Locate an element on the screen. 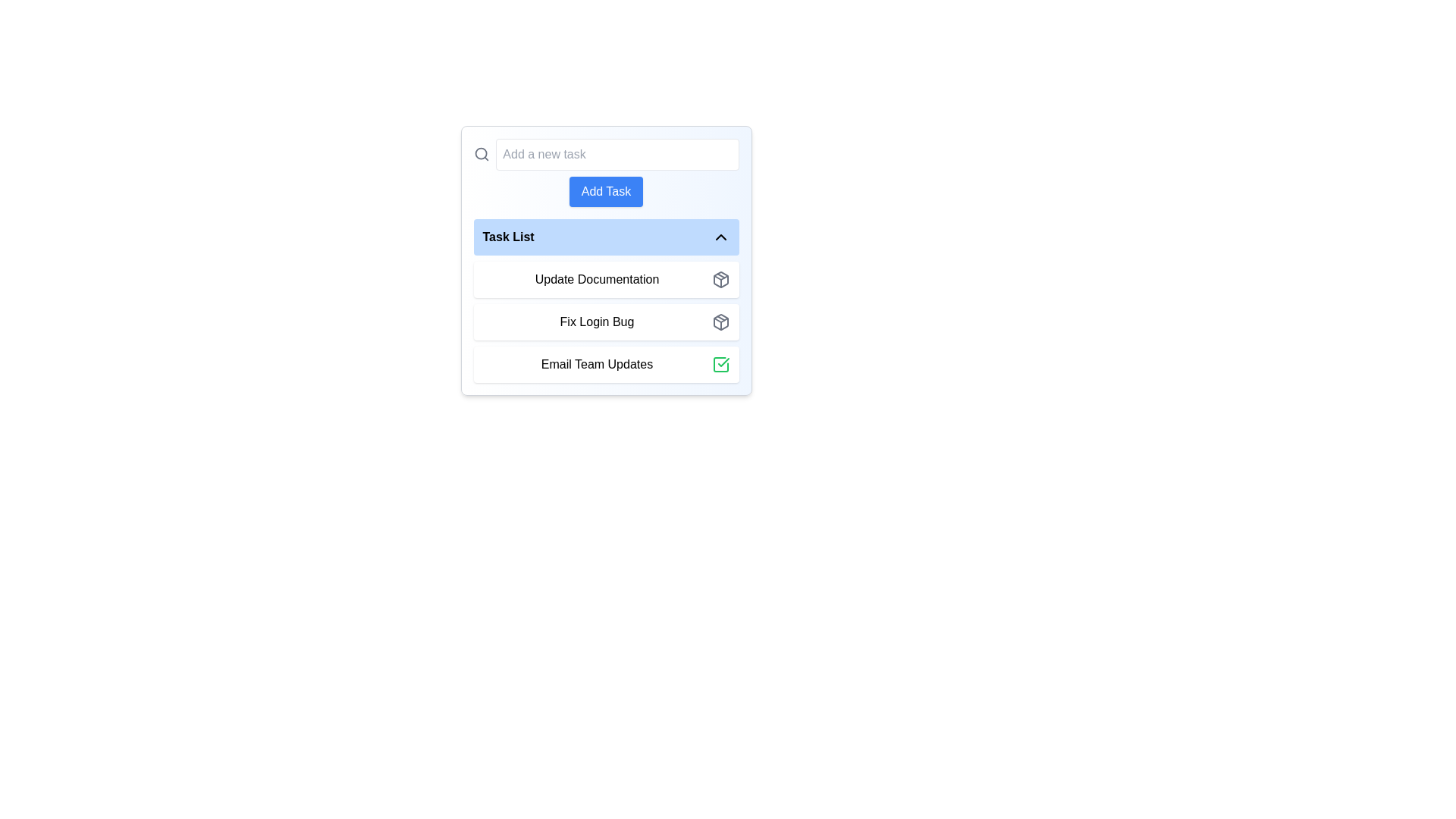  the 'Fix Login Bug' task text element within the task management interface is located at coordinates (596, 321).